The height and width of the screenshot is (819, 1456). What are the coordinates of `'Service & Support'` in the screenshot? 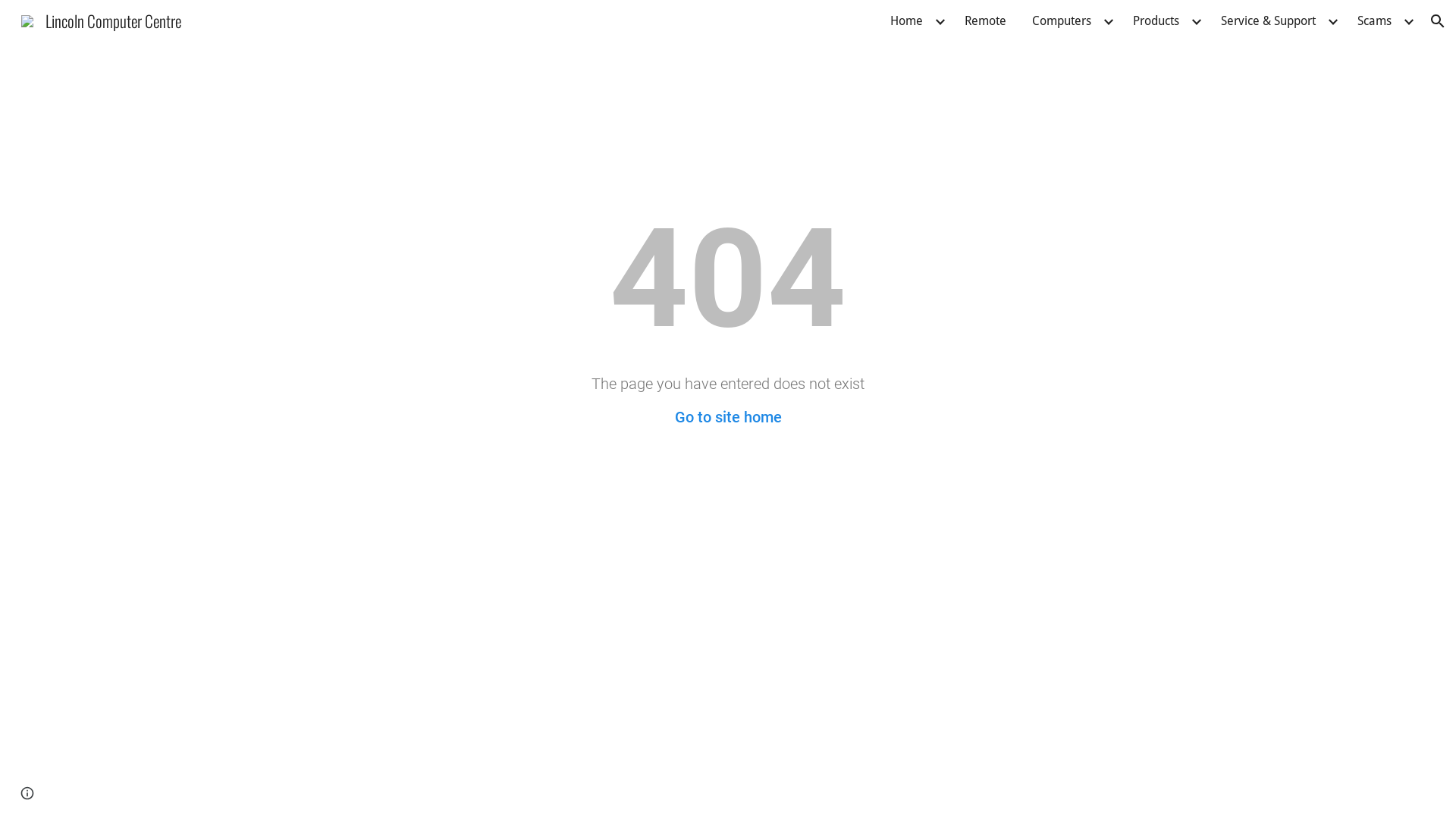 It's located at (1268, 20).